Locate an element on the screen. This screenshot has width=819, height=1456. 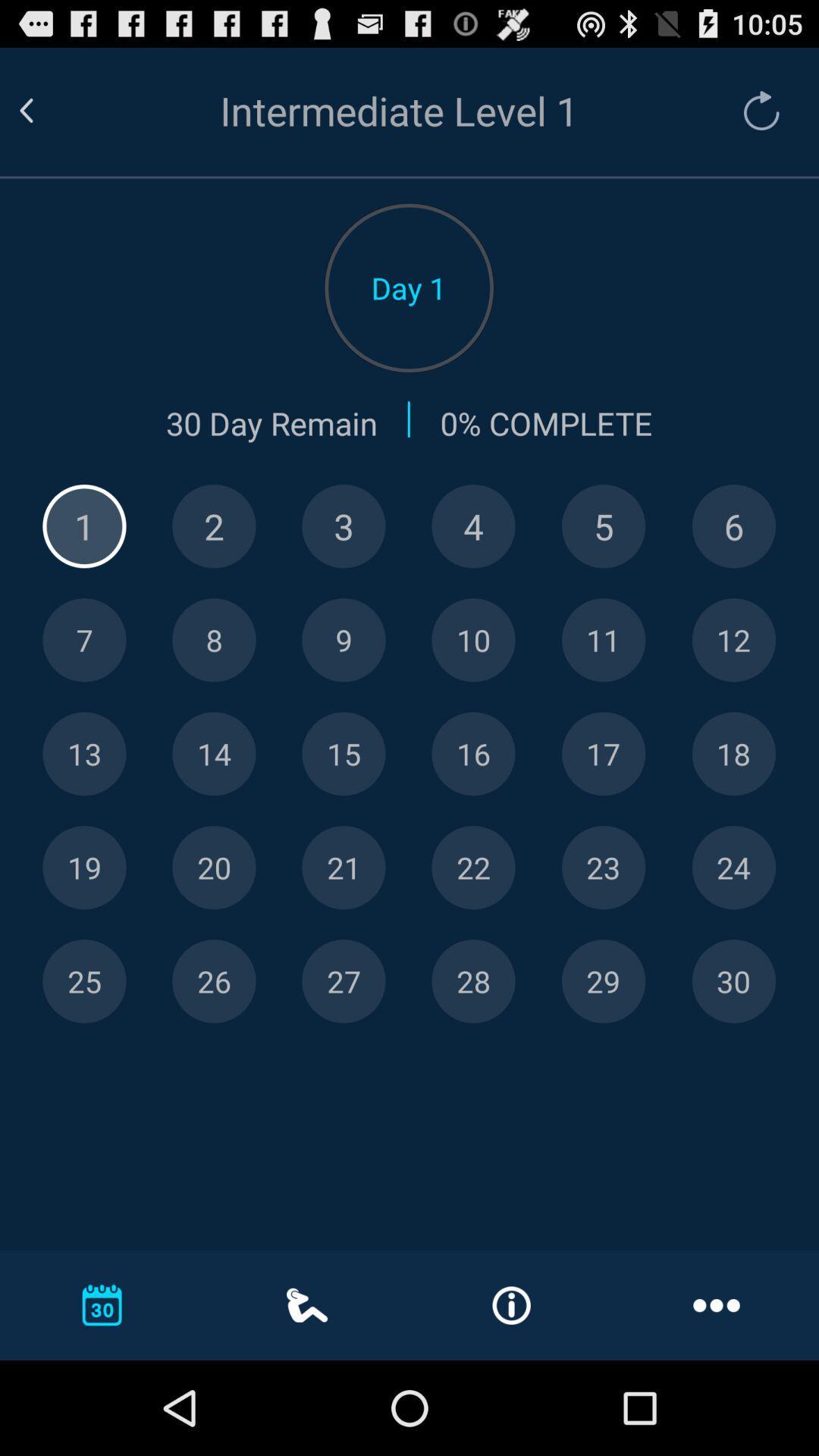
este o numero 10 is located at coordinates (472, 640).